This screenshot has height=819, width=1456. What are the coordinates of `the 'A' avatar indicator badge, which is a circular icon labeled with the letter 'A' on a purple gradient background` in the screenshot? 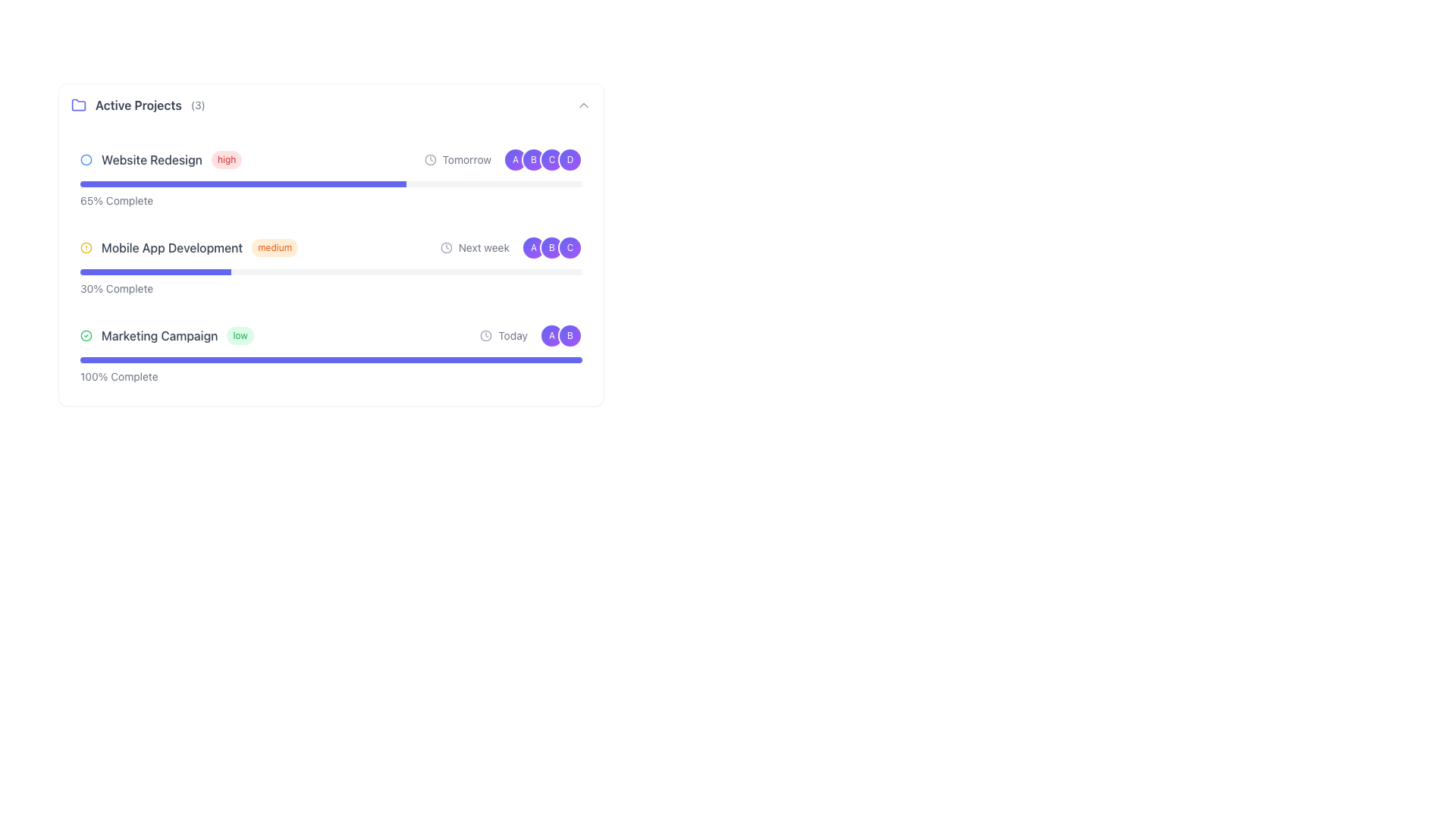 It's located at (551, 247).